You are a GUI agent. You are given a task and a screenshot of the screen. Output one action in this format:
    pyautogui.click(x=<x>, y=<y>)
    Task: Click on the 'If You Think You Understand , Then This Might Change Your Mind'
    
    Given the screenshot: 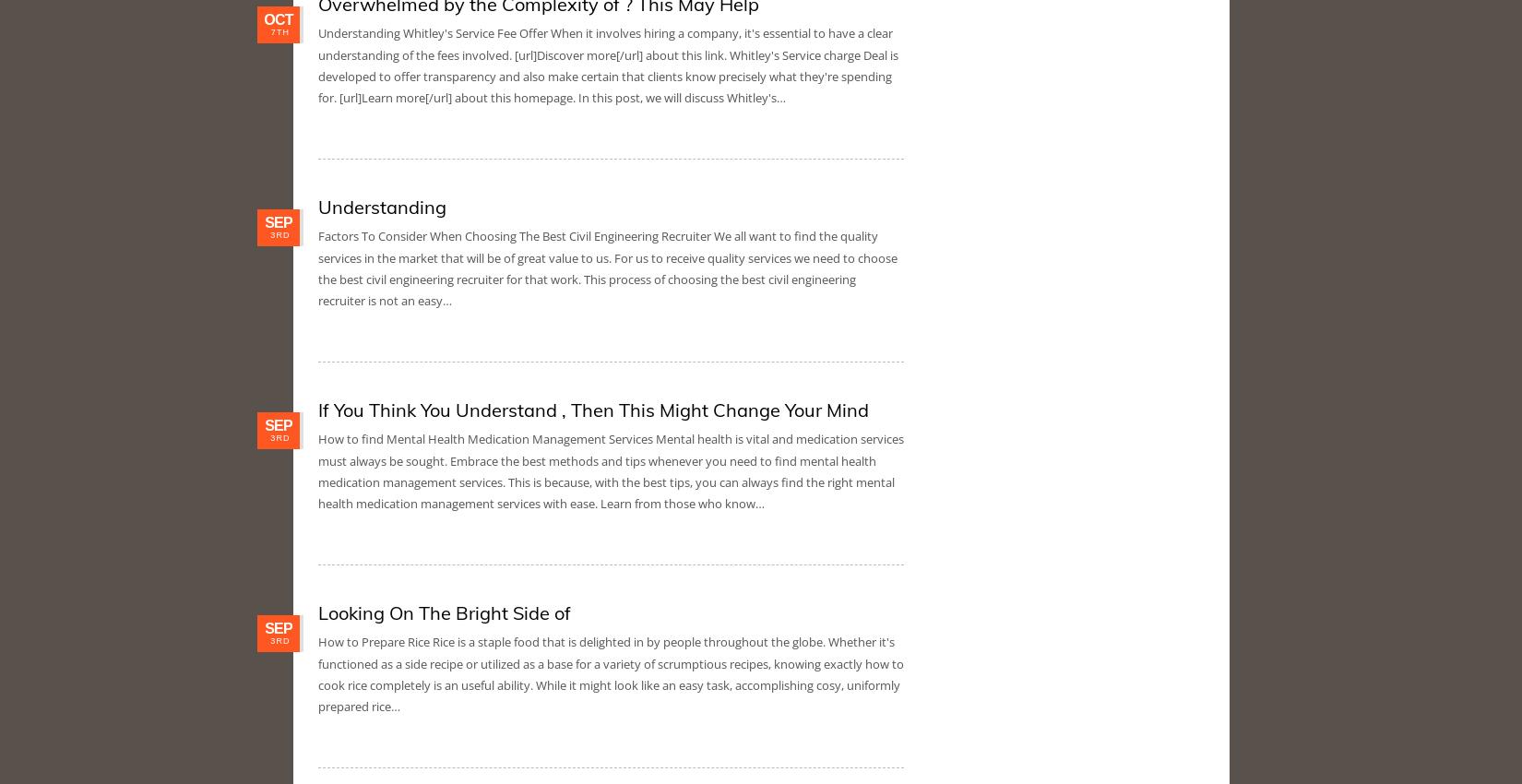 What is the action you would take?
    pyautogui.click(x=318, y=409)
    